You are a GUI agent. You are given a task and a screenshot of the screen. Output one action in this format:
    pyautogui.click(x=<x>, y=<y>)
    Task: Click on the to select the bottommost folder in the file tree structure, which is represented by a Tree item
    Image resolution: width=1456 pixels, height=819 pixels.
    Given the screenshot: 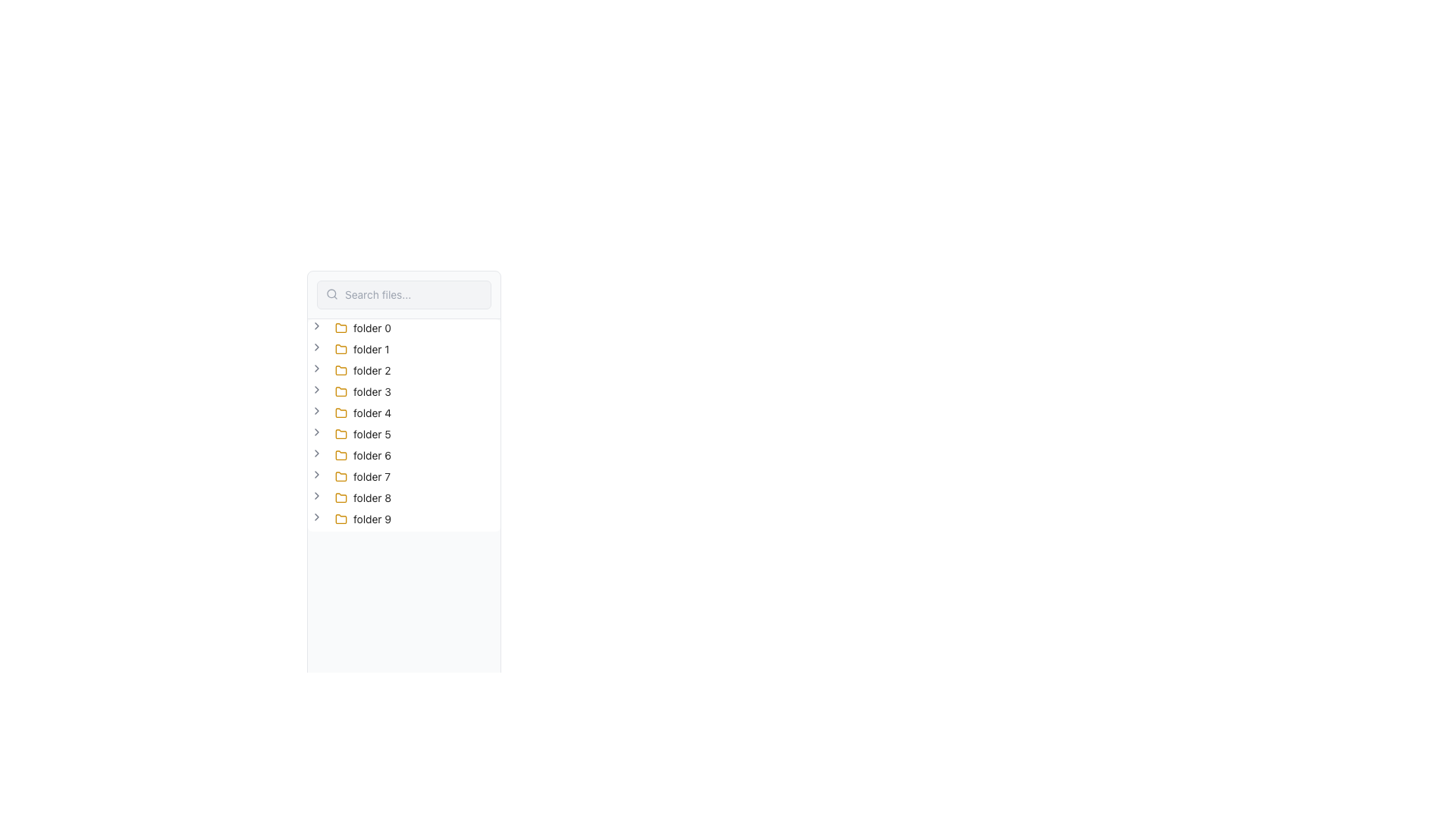 What is the action you would take?
    pyautogui.click(x=352, y=519)
    